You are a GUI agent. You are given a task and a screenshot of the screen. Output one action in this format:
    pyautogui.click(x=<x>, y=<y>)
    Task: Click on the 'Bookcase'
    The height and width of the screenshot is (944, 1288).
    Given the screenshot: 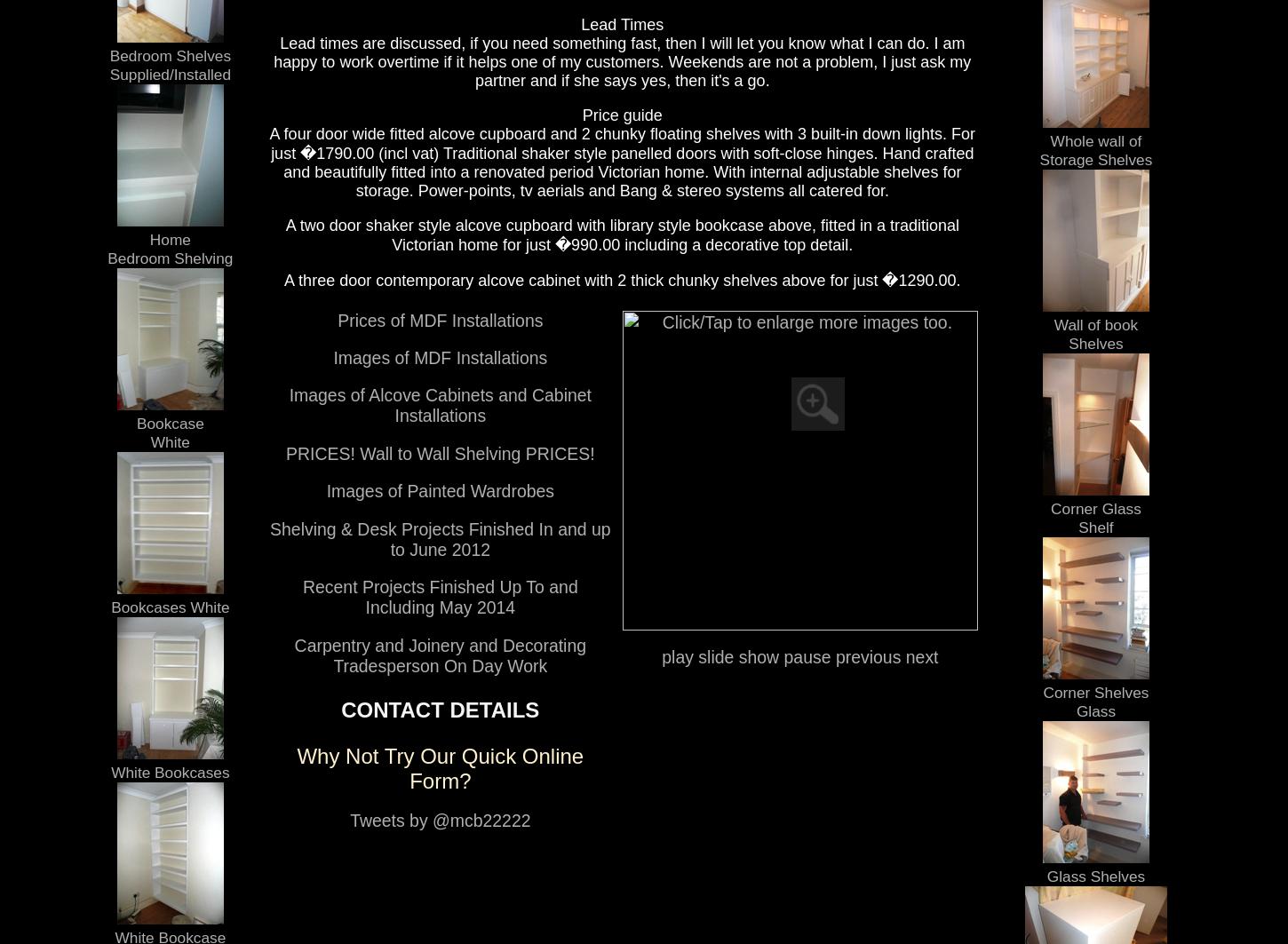 What is the action you would take?
    pyautogui.click(x=134, y=423)
    